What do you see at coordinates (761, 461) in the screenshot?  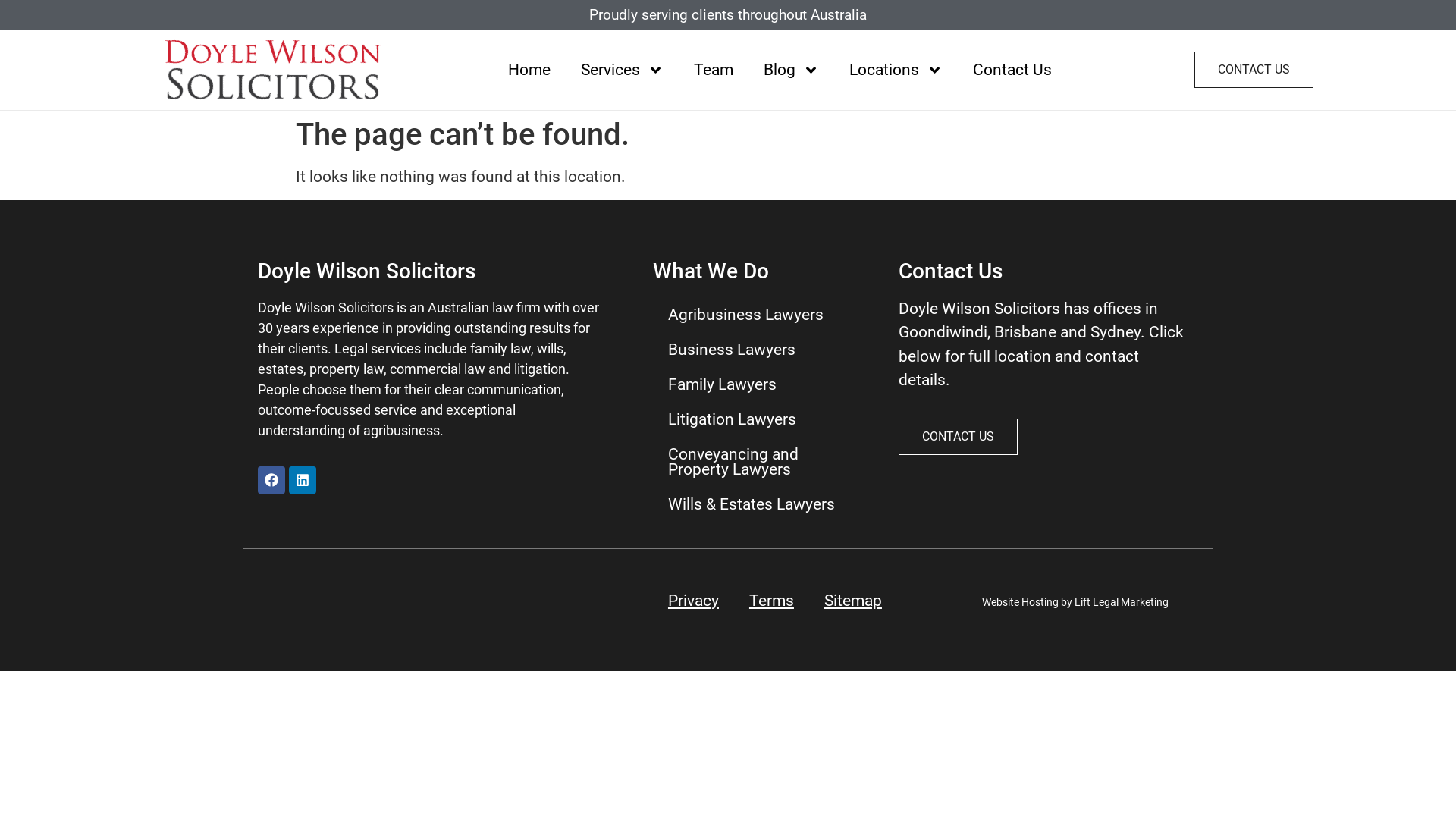 I see `'Conveyancing and Property Lawyers'` at bounding box center [761, 461].